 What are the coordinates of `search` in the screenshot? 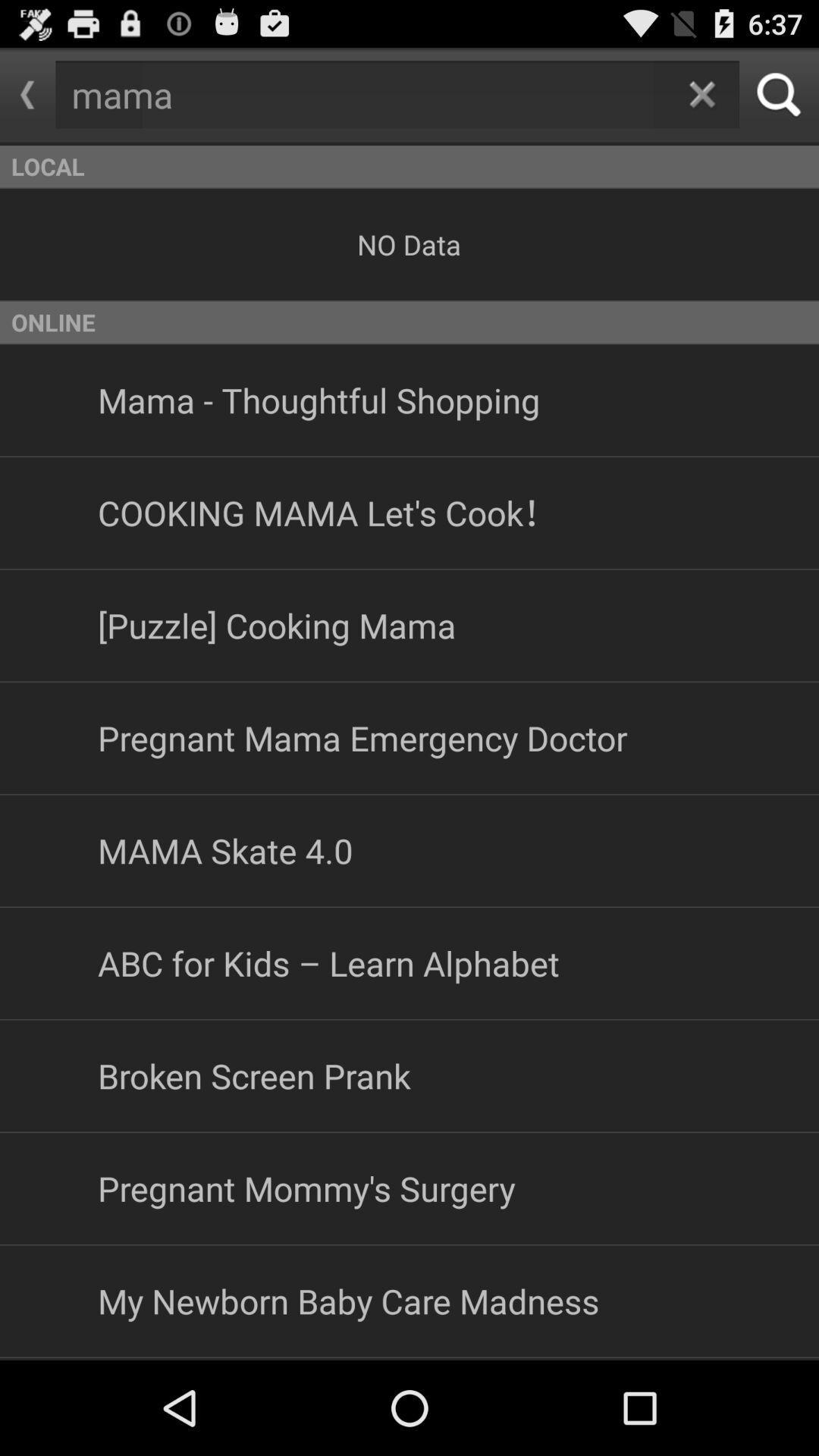 It's located at (779, 94).